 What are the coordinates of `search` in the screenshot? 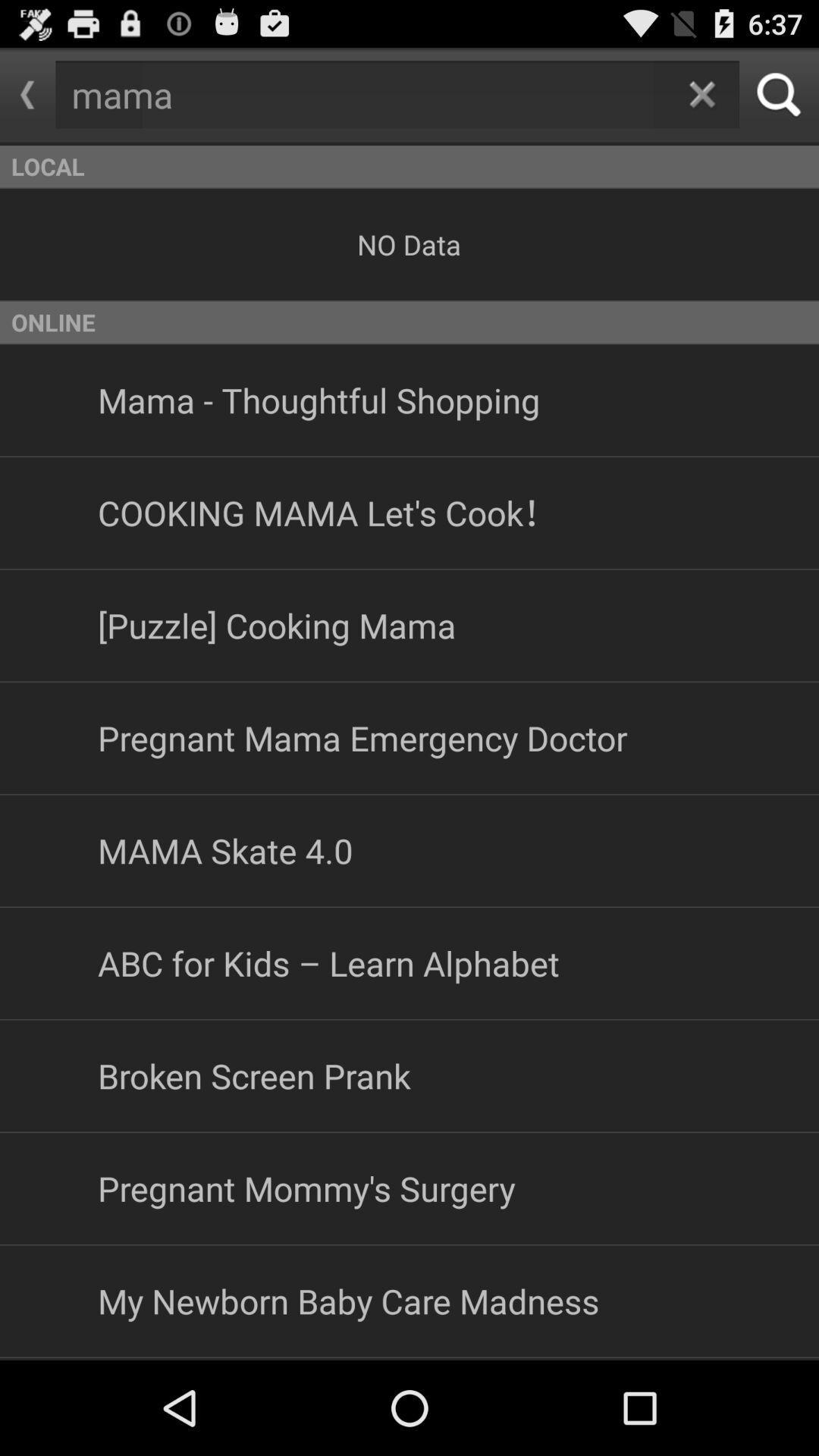 It's located at (779, 94).